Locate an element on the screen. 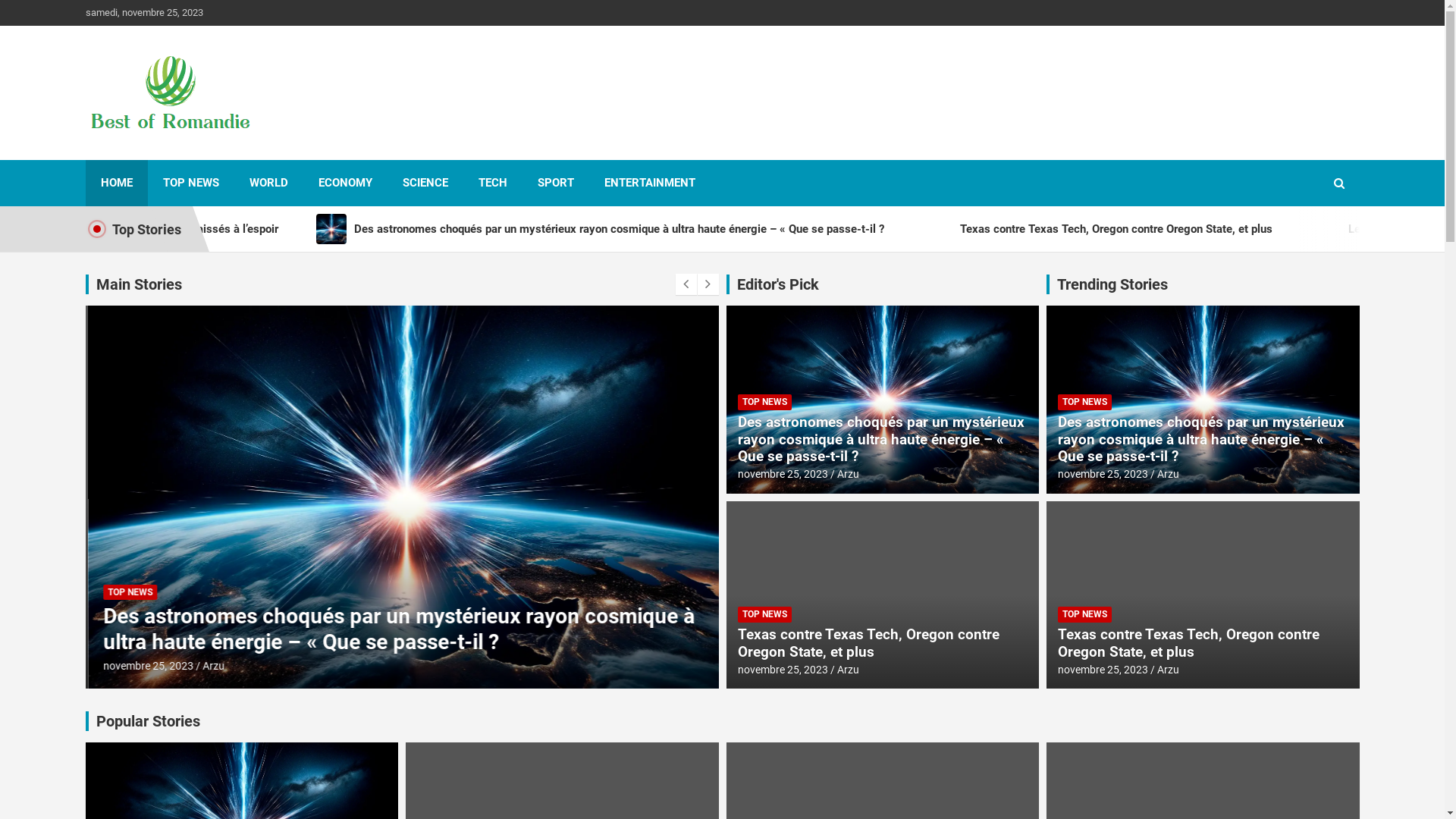 The height and width of the screenshot is (819, 1456). 'SPORT' is located at coordinates (554, 182).